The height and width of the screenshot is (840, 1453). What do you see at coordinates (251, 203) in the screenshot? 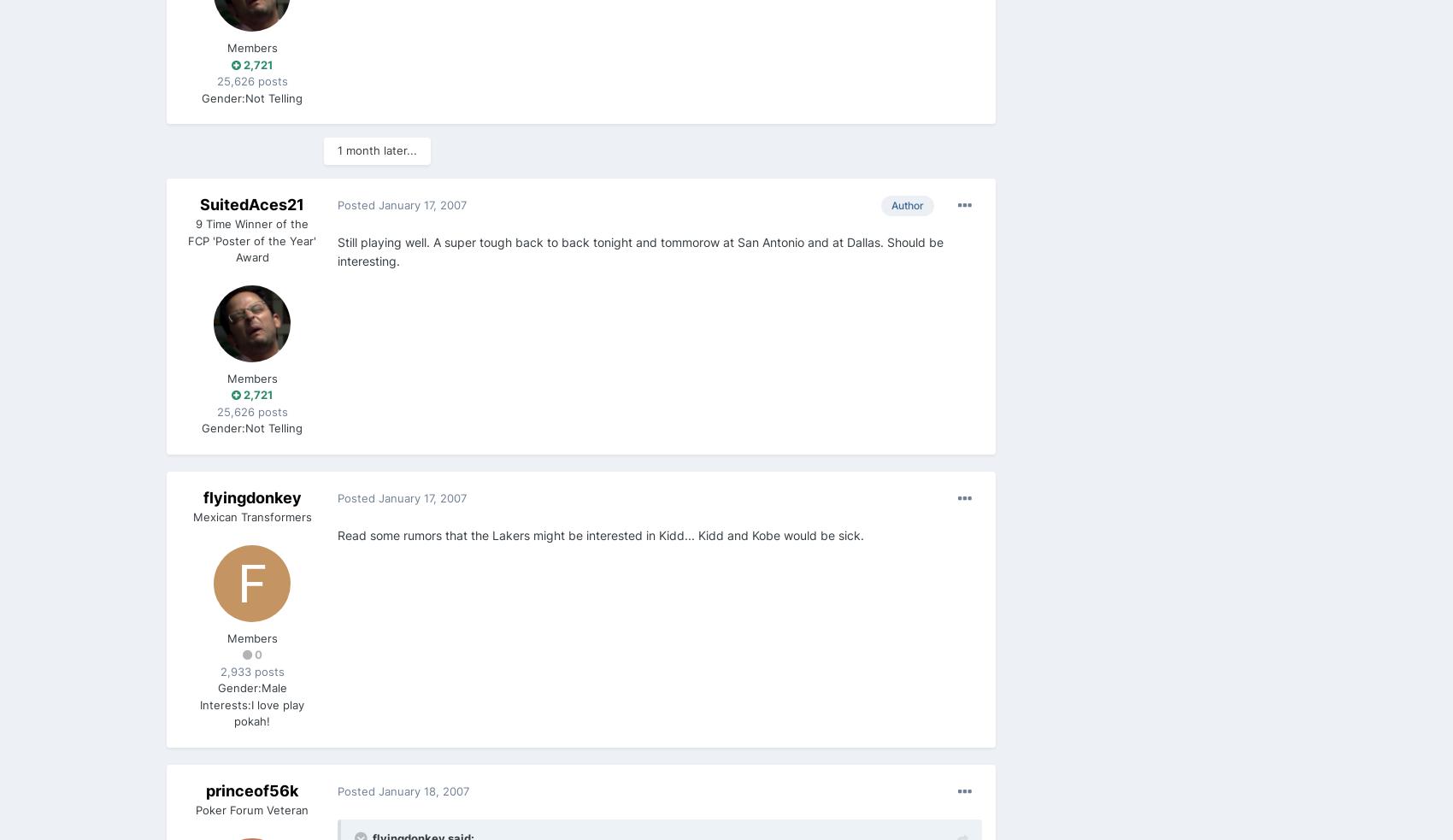
I see `'SuitedAces21'` at bounding box center [251, 203].